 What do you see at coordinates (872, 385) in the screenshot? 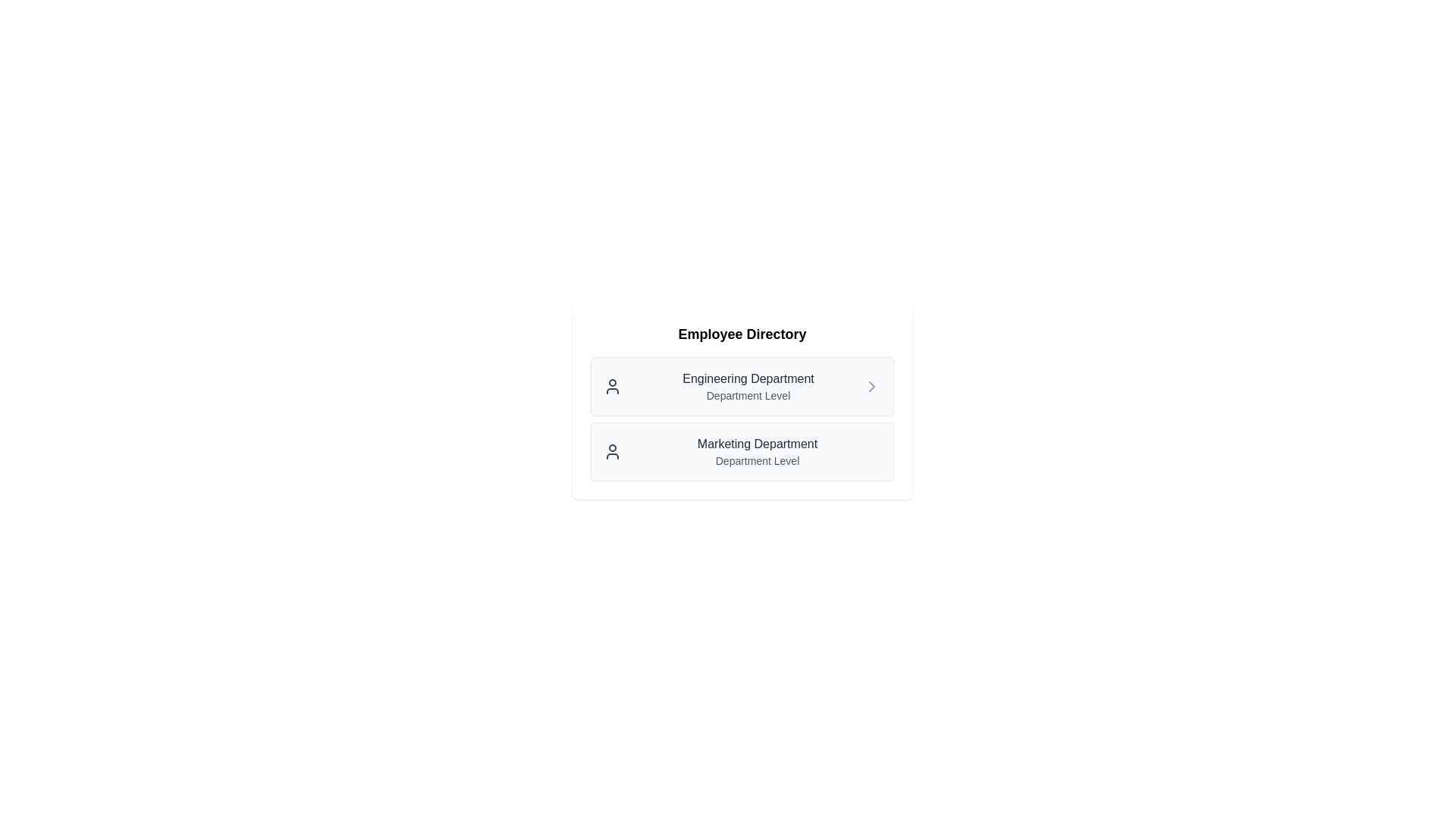
I see `the chevron icon indicating further navigational options related to the 'Engineering Department' entry, positioned to the far-right of the text` at bounding box center [872, 385].